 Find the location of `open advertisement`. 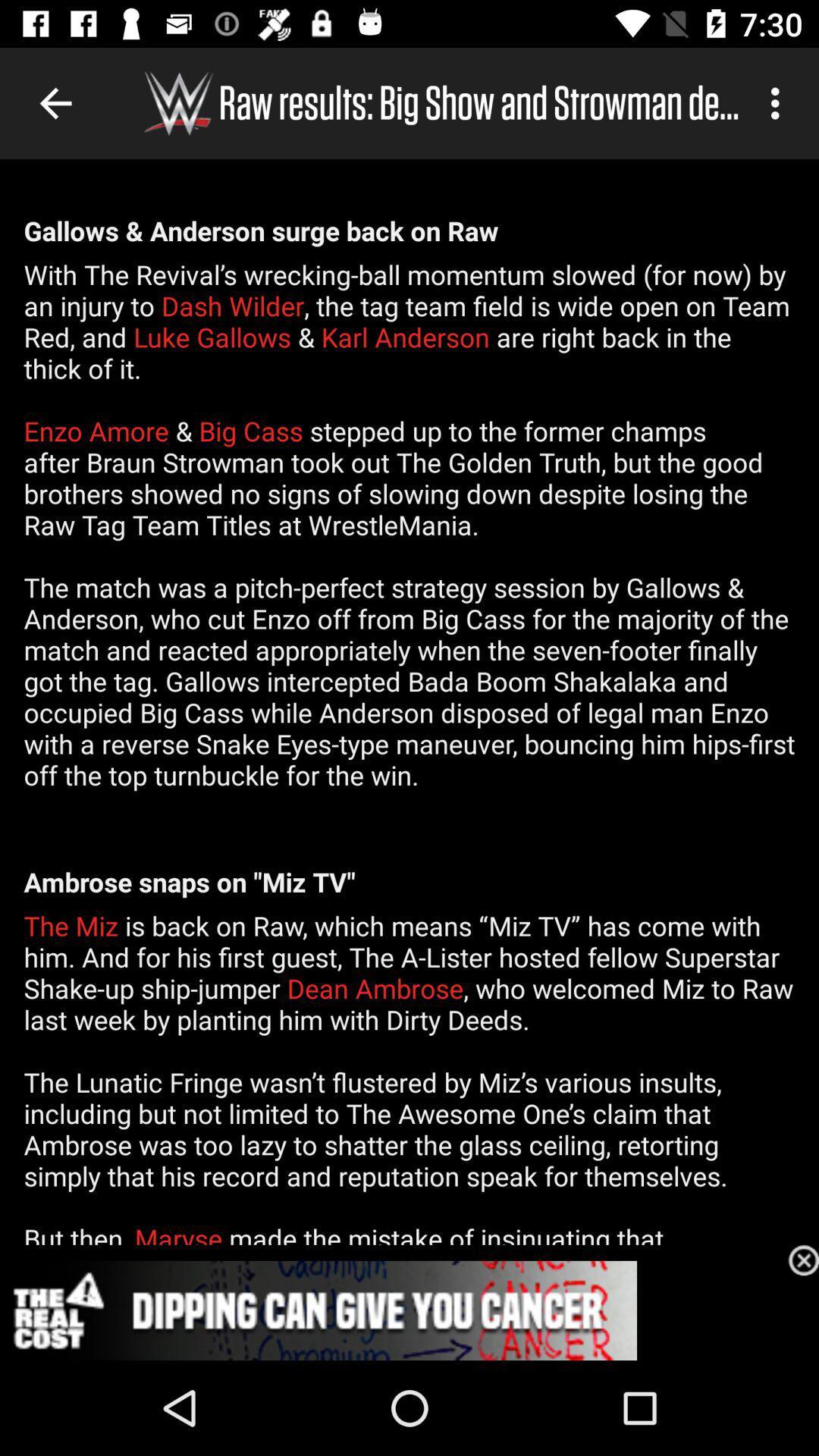

open advertisement is located at coordinates (409, 1310).